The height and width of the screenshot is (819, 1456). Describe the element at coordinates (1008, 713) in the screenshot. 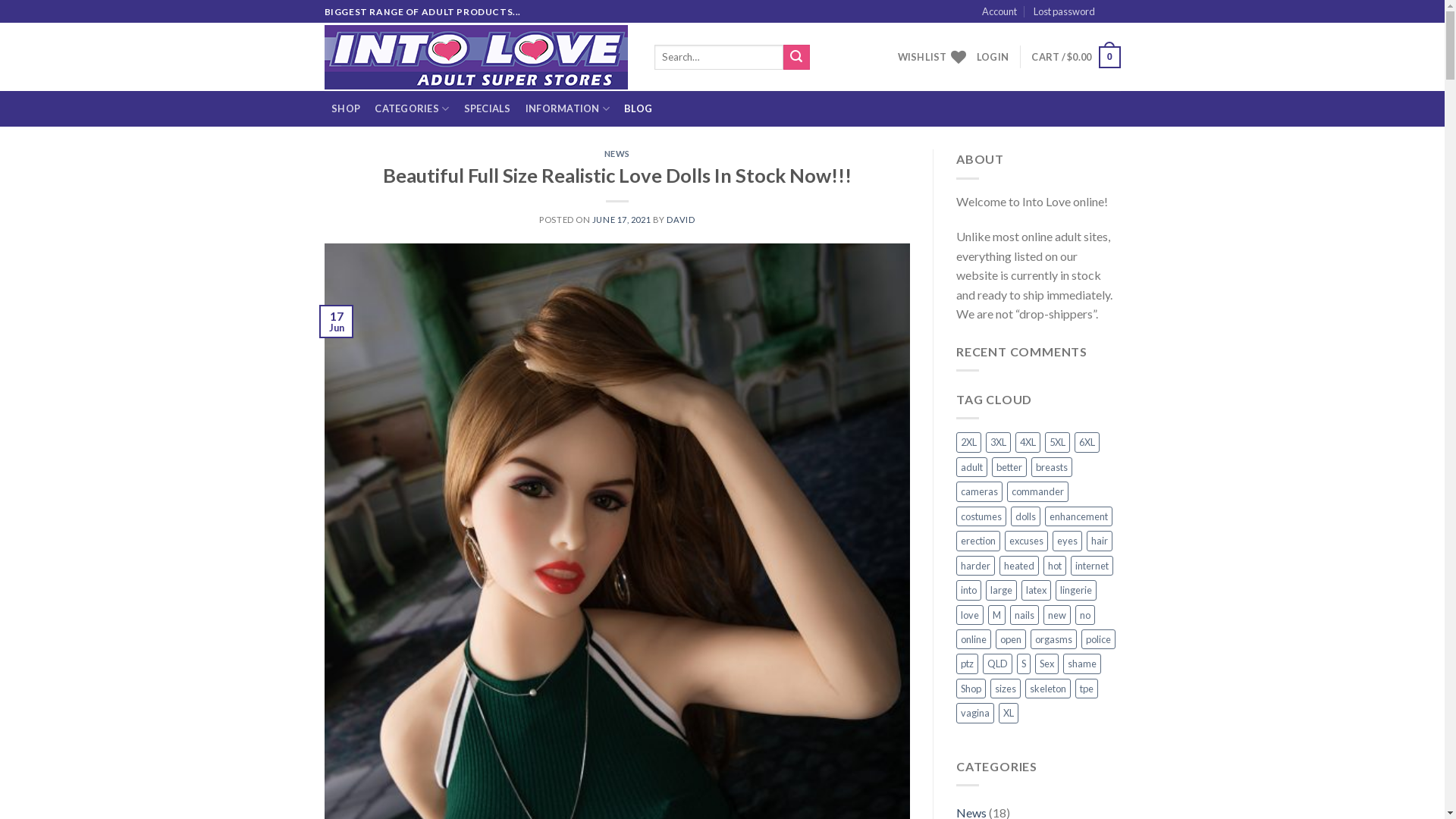

I see `'XL'` at that location.